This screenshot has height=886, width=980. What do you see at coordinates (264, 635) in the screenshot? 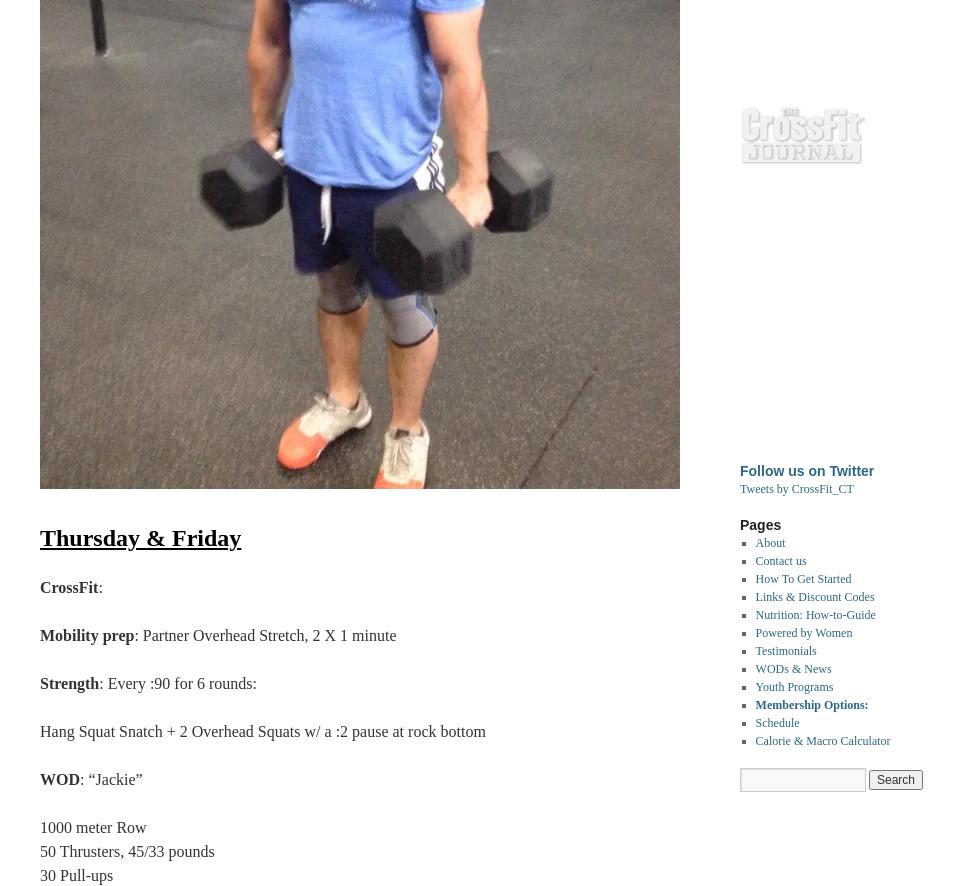
I see `': Partner Overhead Stretch, 2 X 1 minute'` at bounding box center [264, 635].